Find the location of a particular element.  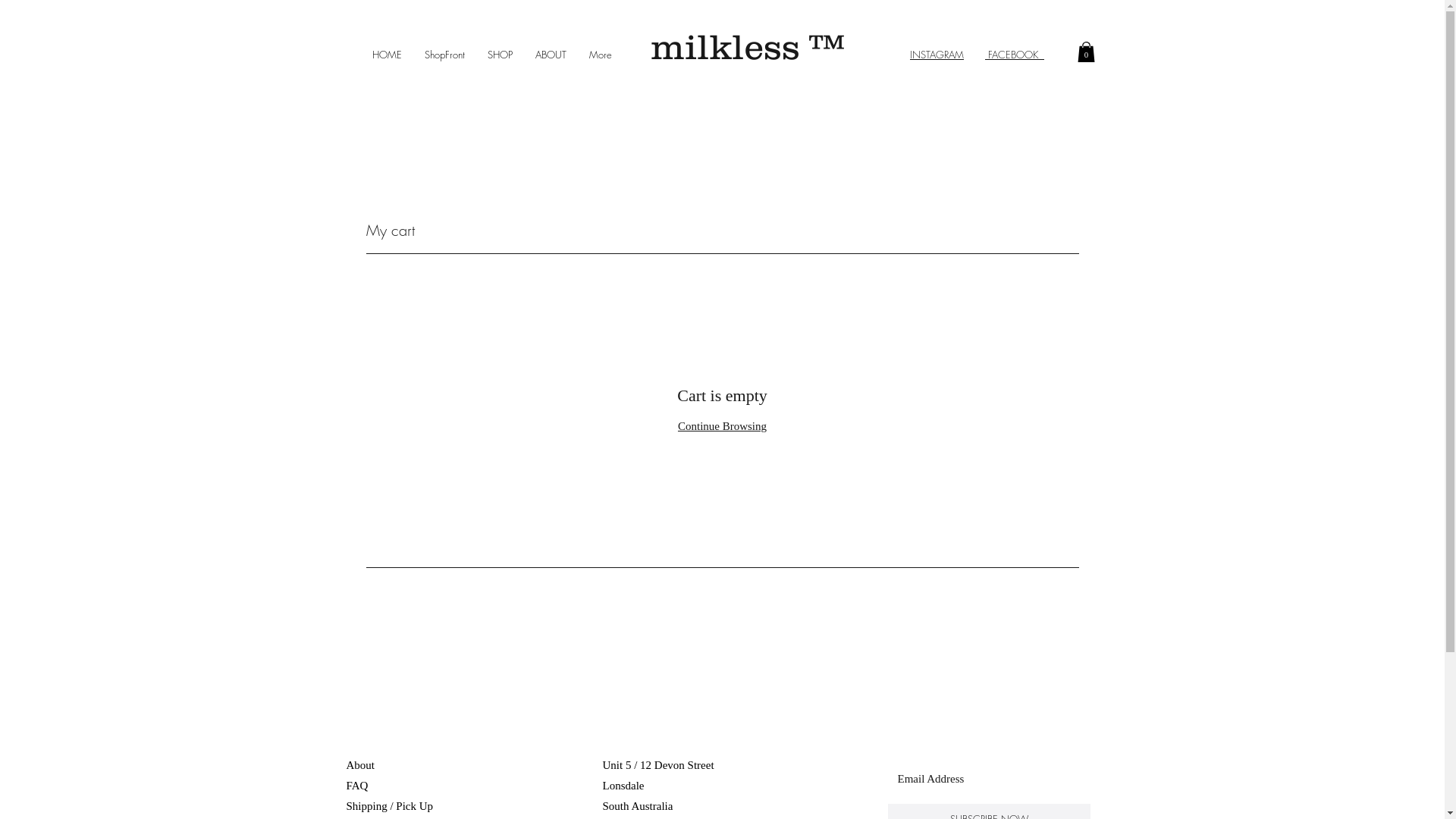

'Shipping / Pick Up ' is located at coordinates (390, 805).